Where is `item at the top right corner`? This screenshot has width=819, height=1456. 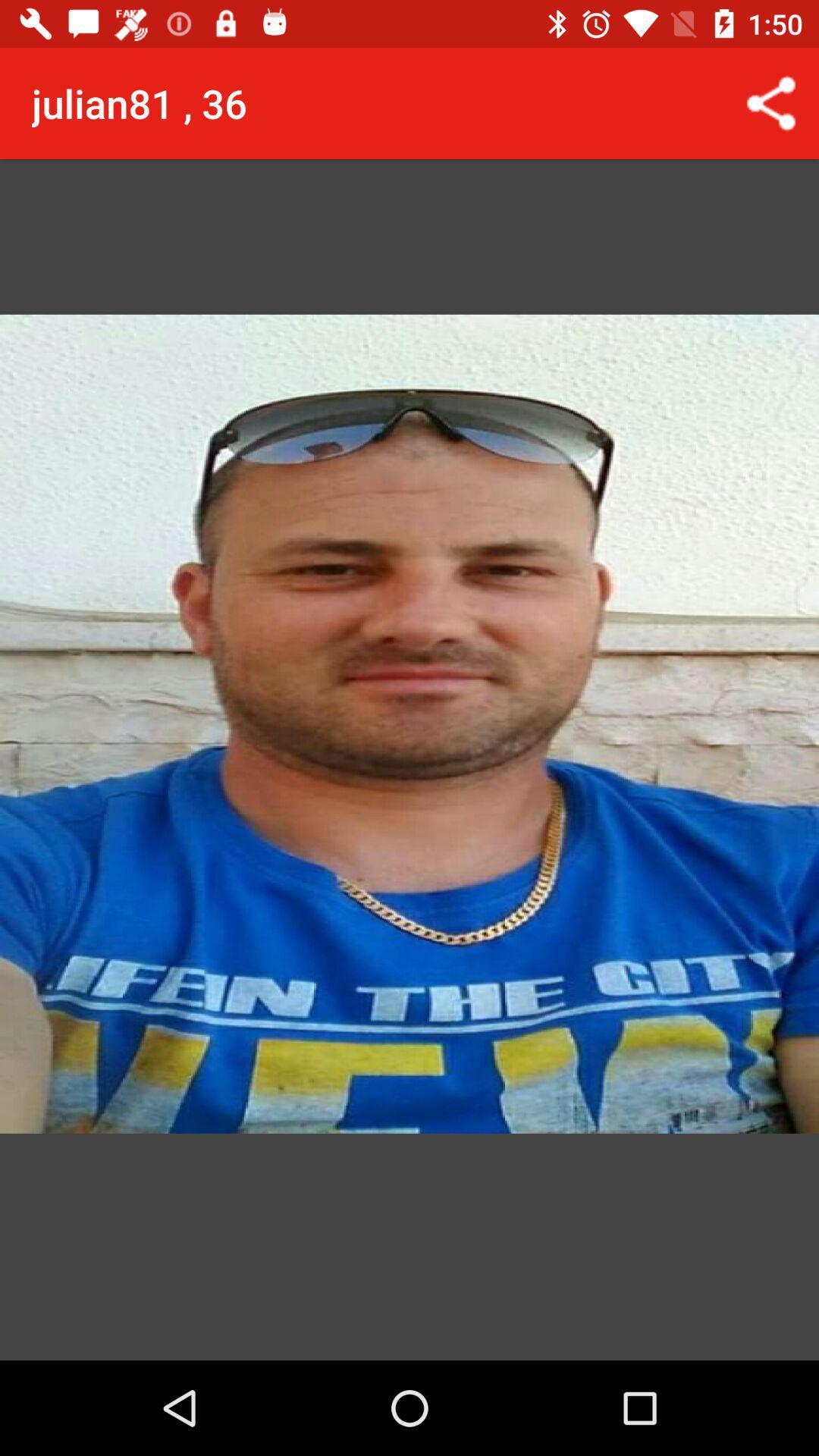
item at the top right corner is located at coordinates (771, 102).